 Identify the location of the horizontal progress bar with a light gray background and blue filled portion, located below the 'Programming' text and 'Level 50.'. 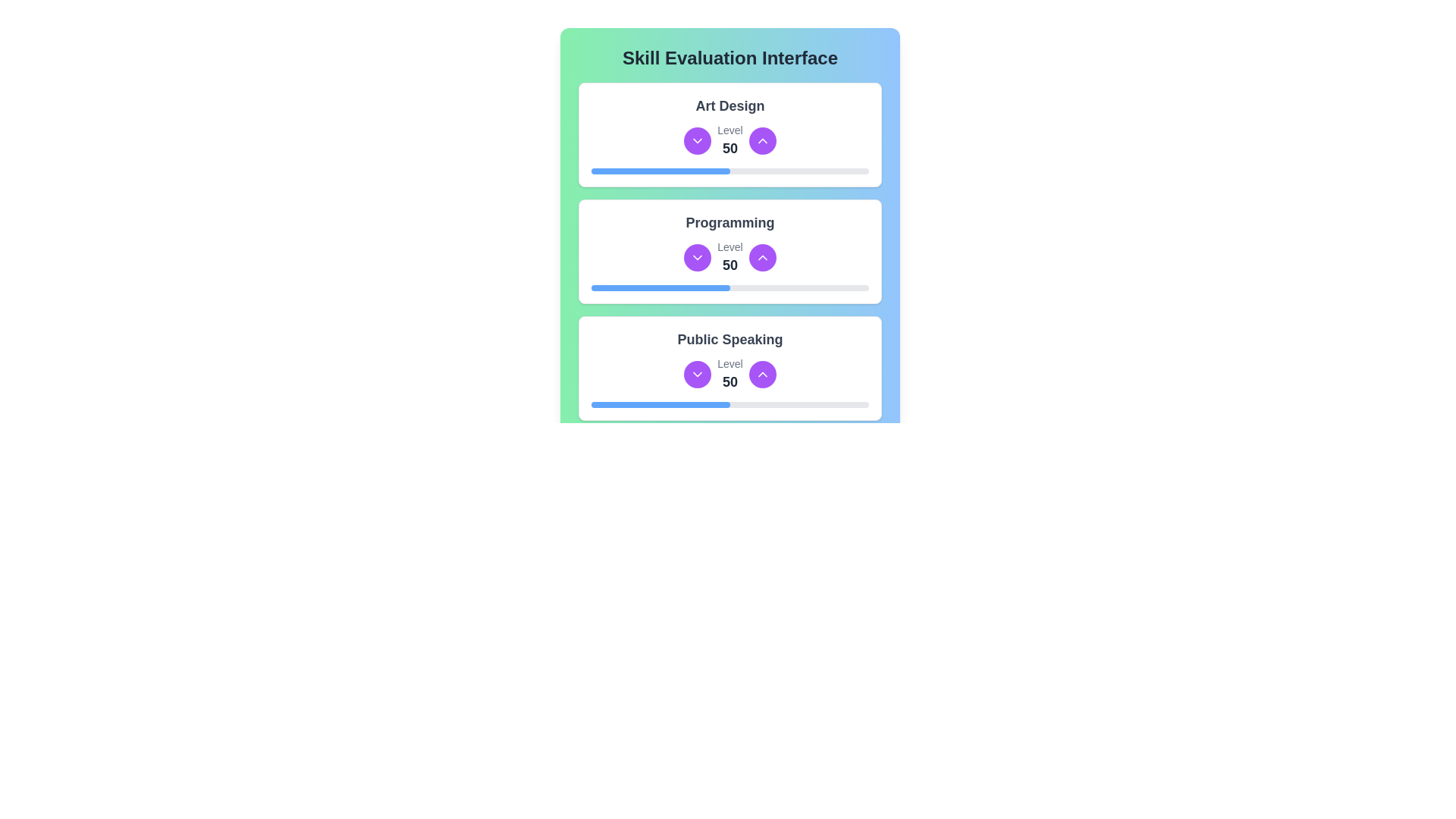
(730, 288).